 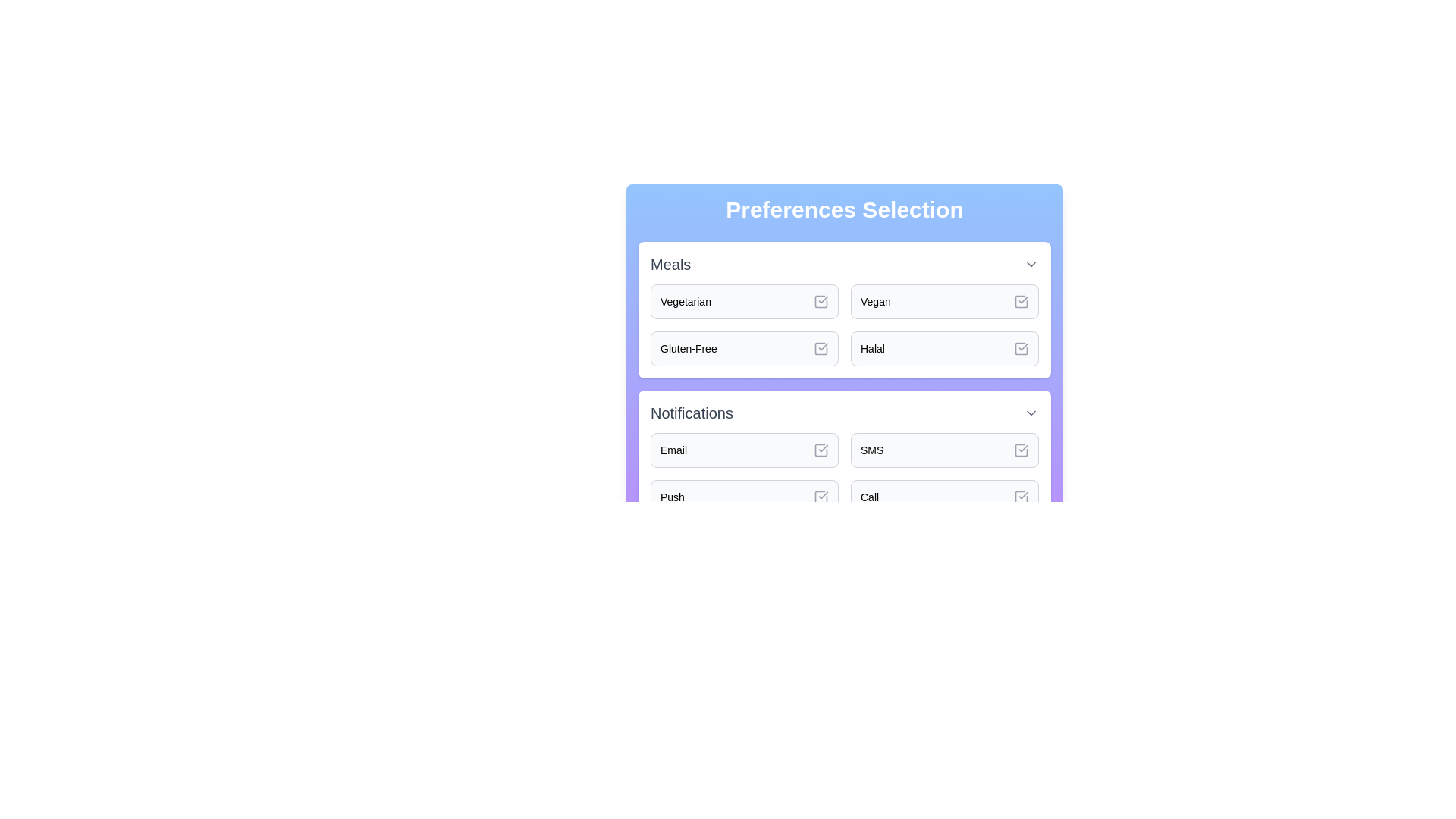 What do you see at coordinates (745, 348) in the screenshot?
I see `the 'Gluten-Free' checkbox option located in the 'Meals' section of the 'Preferences Selection' interface` at bounding box center [745, 348].